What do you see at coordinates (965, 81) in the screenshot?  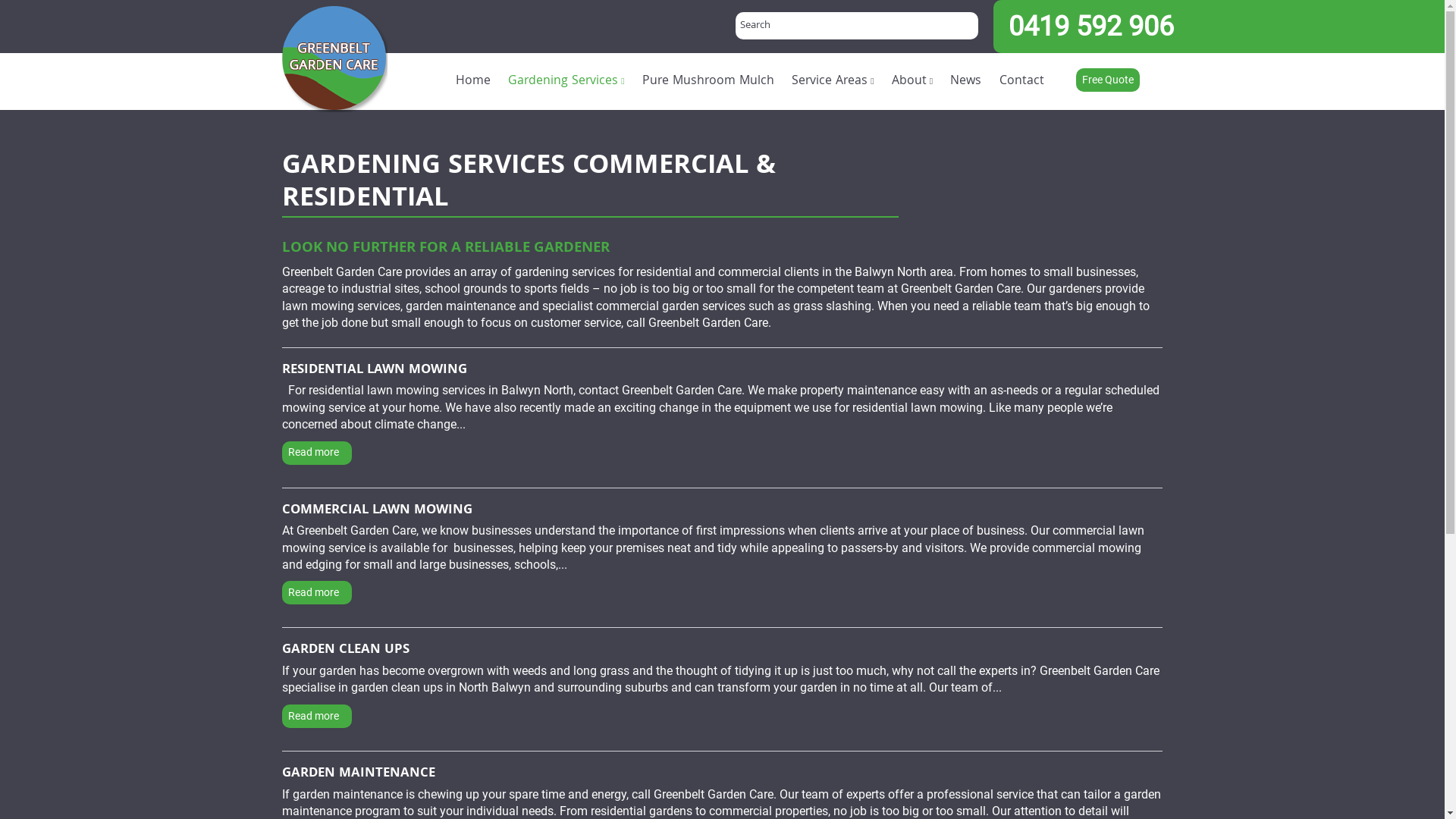 I see `'News'` at bounding box center [965, 81].